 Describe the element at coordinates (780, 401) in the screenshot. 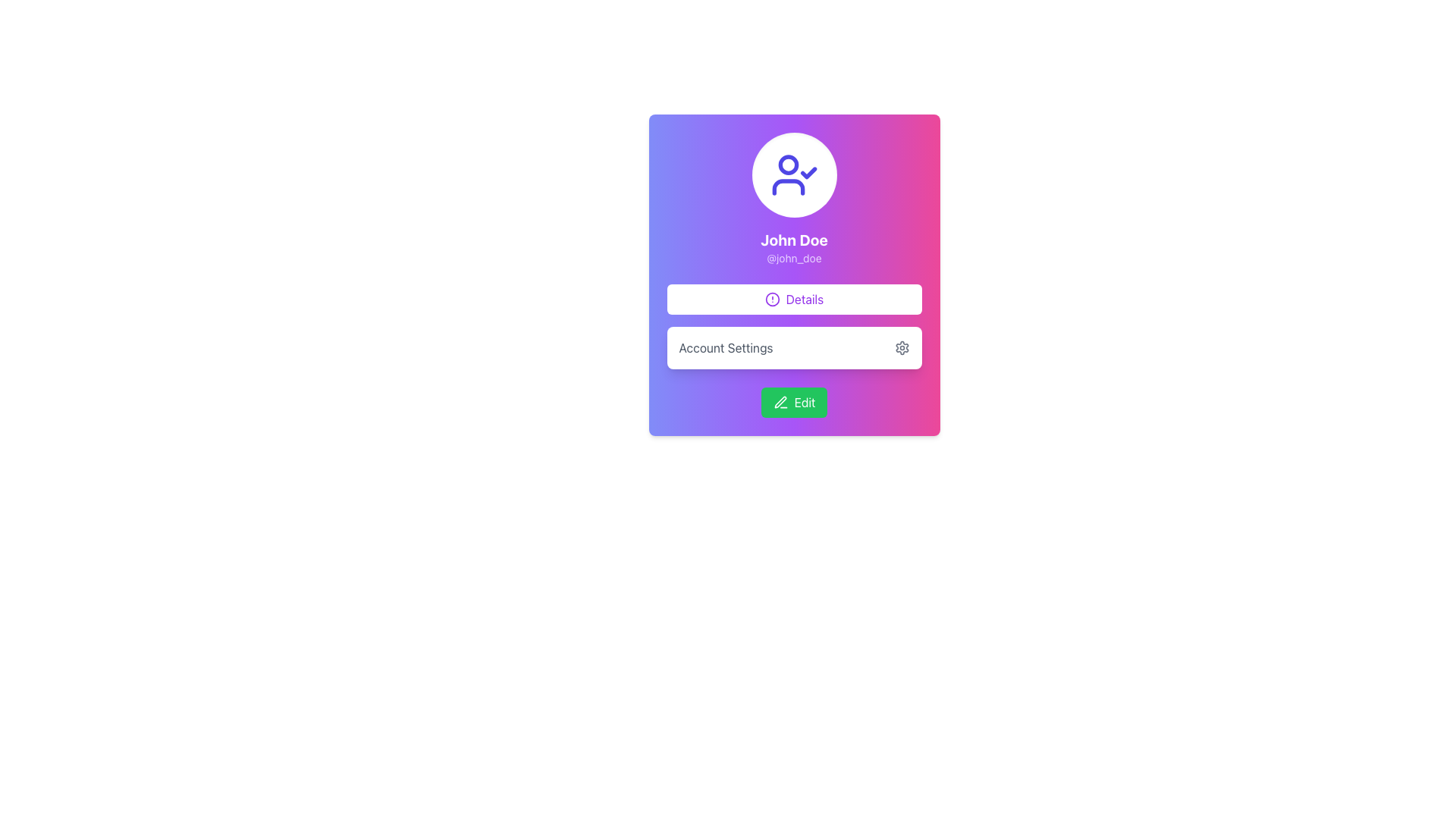

I see `the sleek, minimalist pen icon located next to the 'Account Settings' label in the user profile card` at that location.